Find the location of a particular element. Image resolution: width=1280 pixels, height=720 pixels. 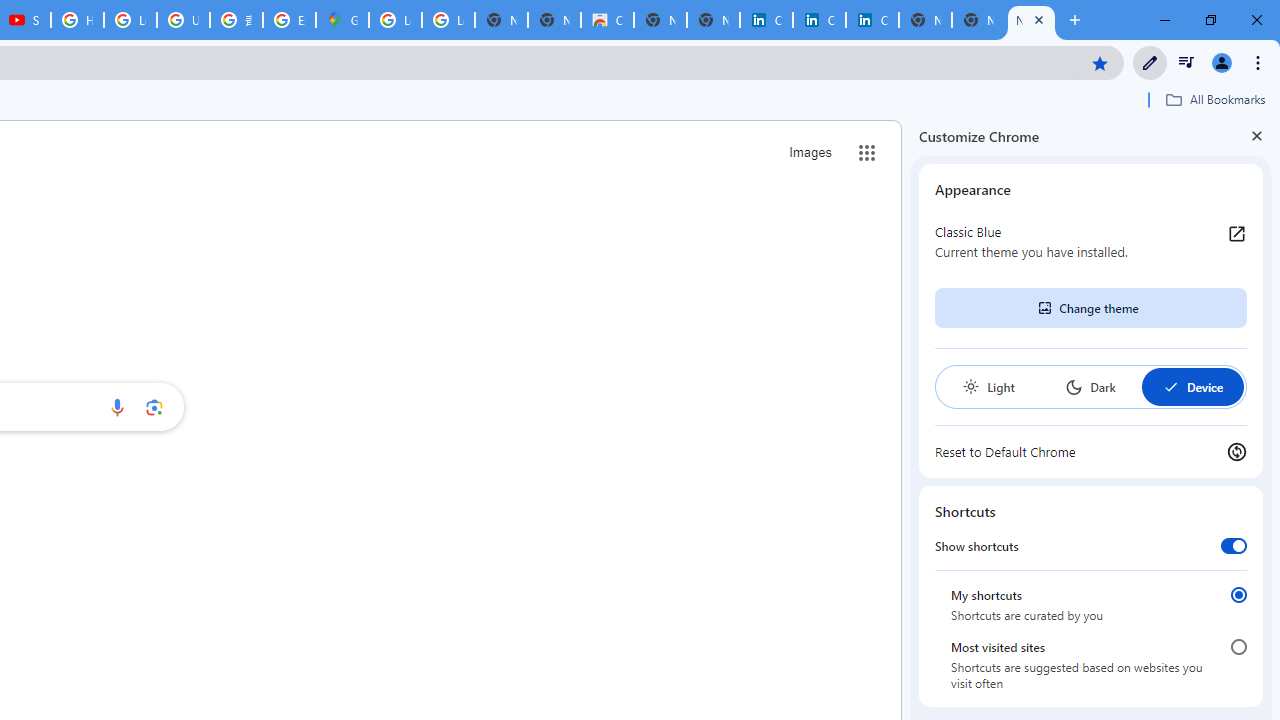

'Cookie Policy | LinkedIn' is located at coordinates (765, 20).